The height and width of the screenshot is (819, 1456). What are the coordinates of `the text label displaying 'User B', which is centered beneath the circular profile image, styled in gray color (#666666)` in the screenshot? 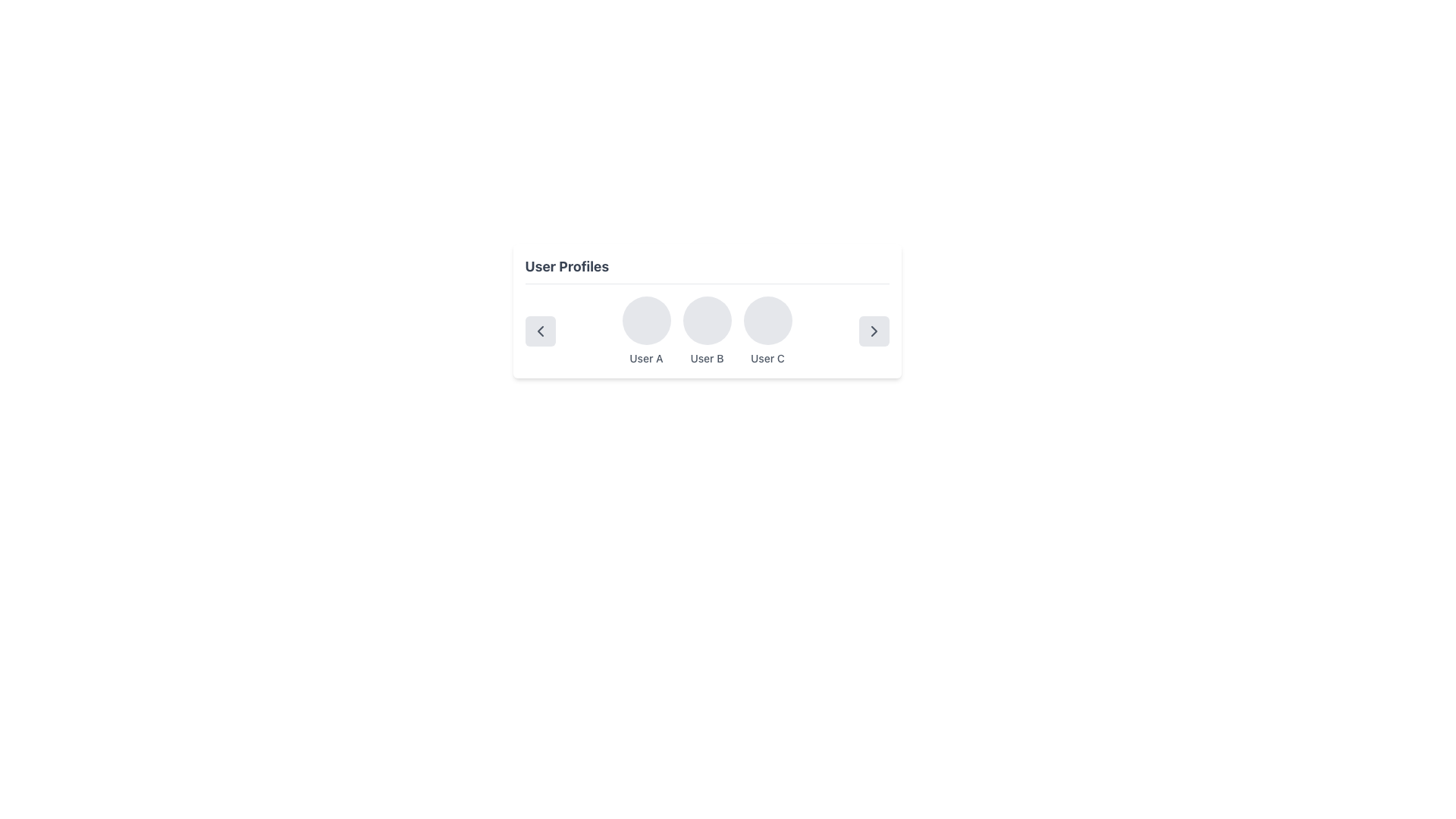 It's located at (706, 359).